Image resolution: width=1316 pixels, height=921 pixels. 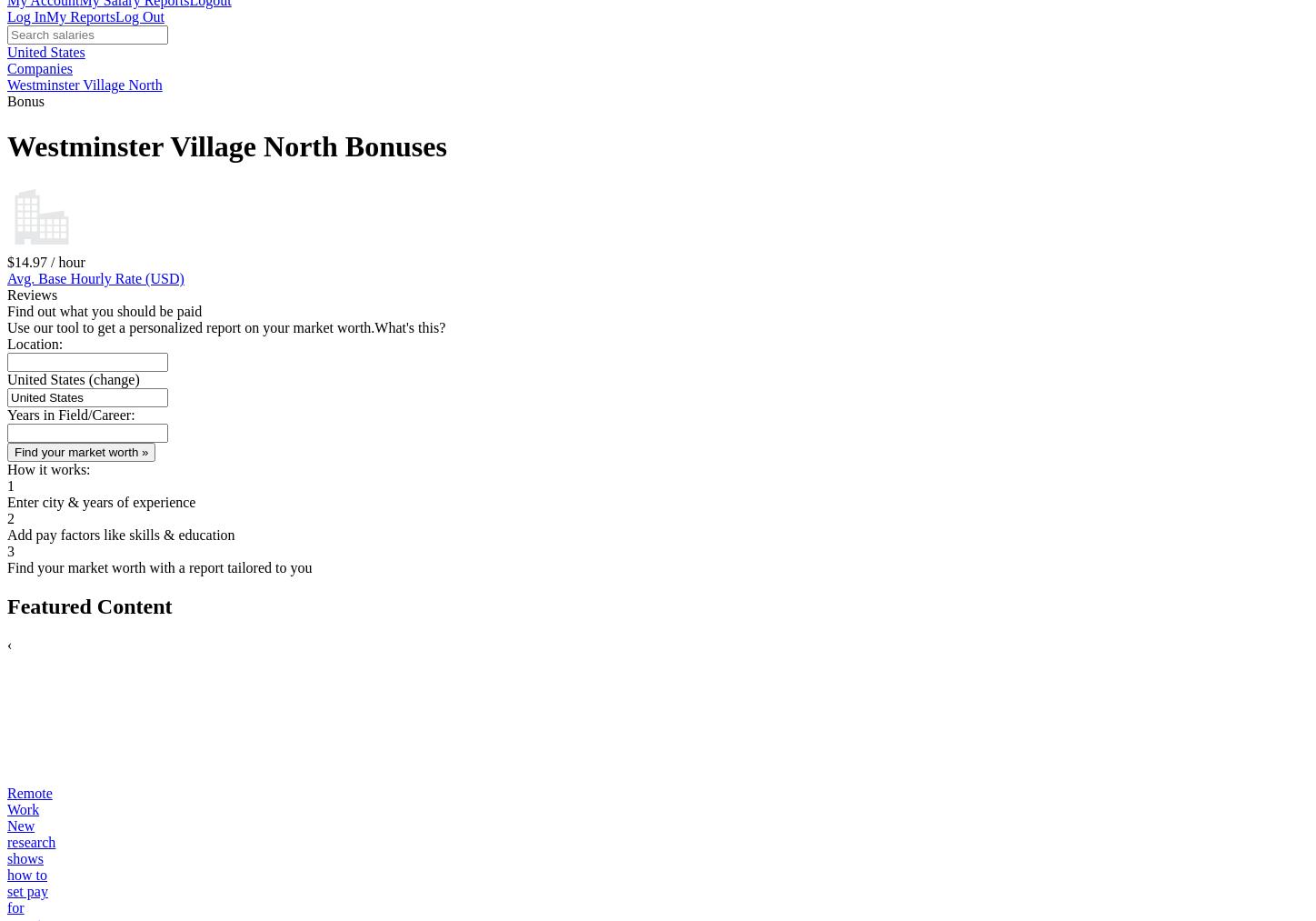 What do you see at coordinates (190, 326) in the screenshot?
I see `'Use our tool to get a personalized report on your market worth.'` at bounding box center [190, 326].